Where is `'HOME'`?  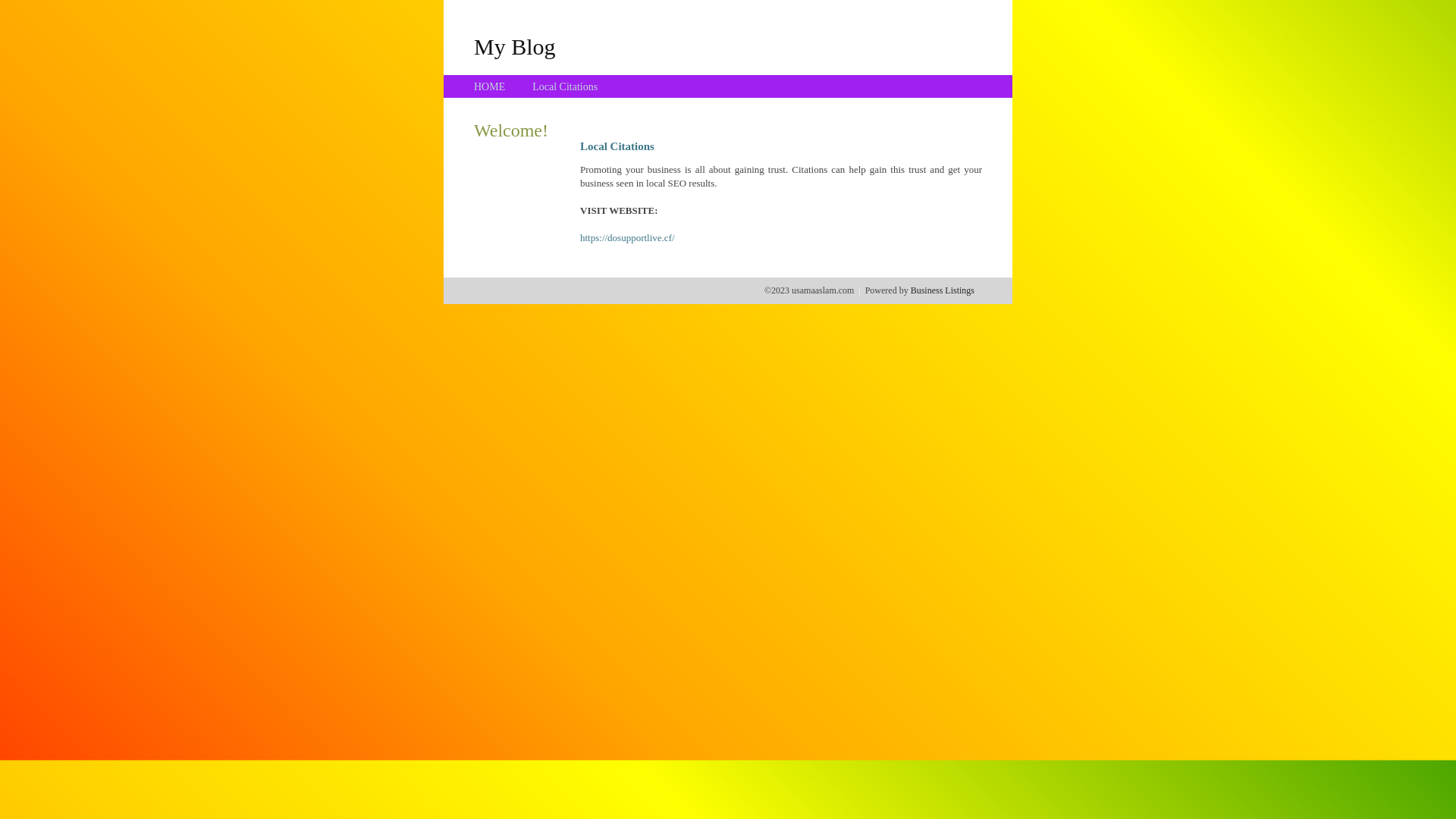 'HOME' is located at coordinates (489, 86).